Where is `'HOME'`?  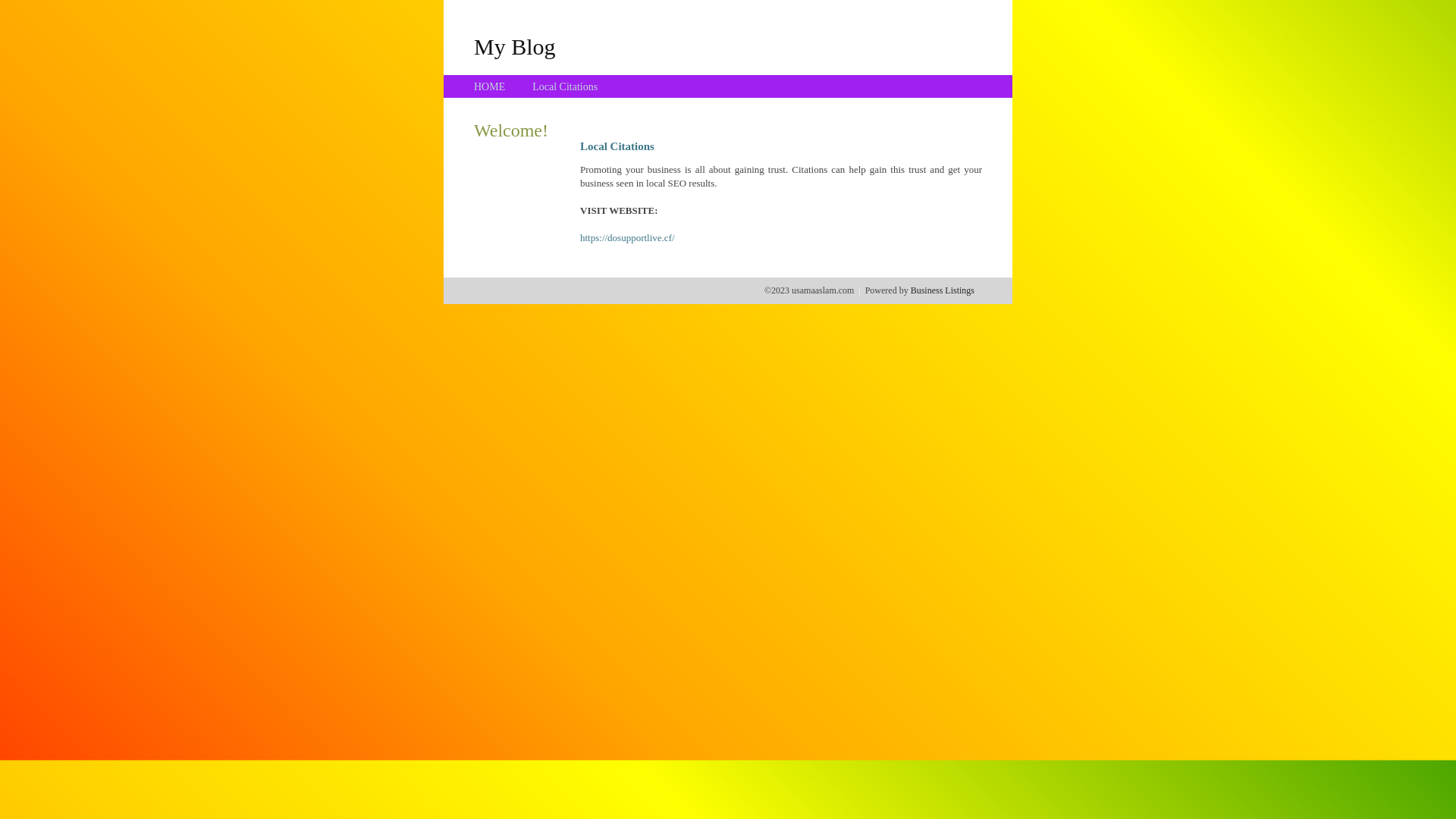 'HOME' is located at coordinates (489, 86).